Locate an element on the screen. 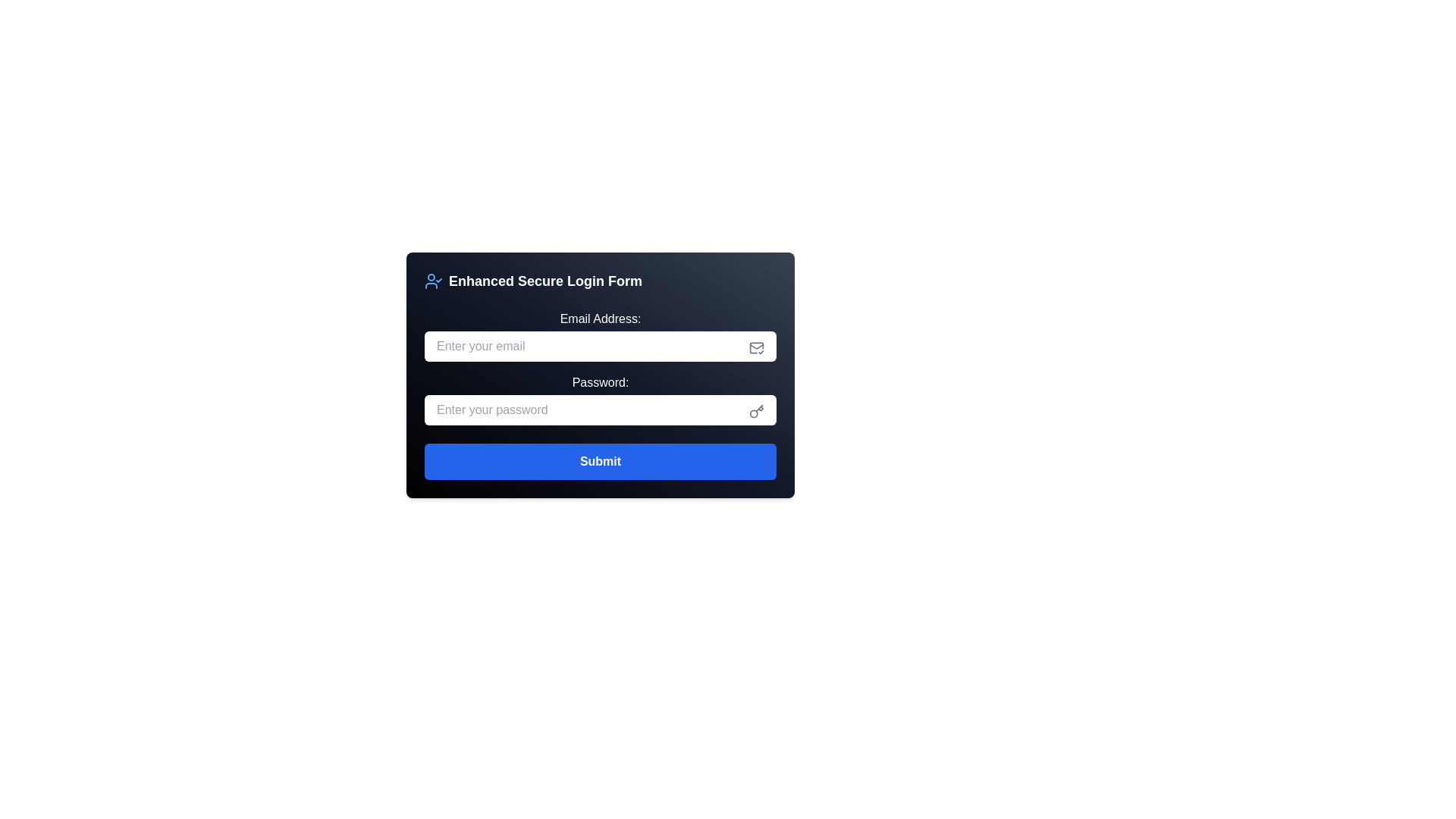  the label displaying 'Password:' which is styled in white font and positioned directly above the password input field is located at coordinates (600, 382).